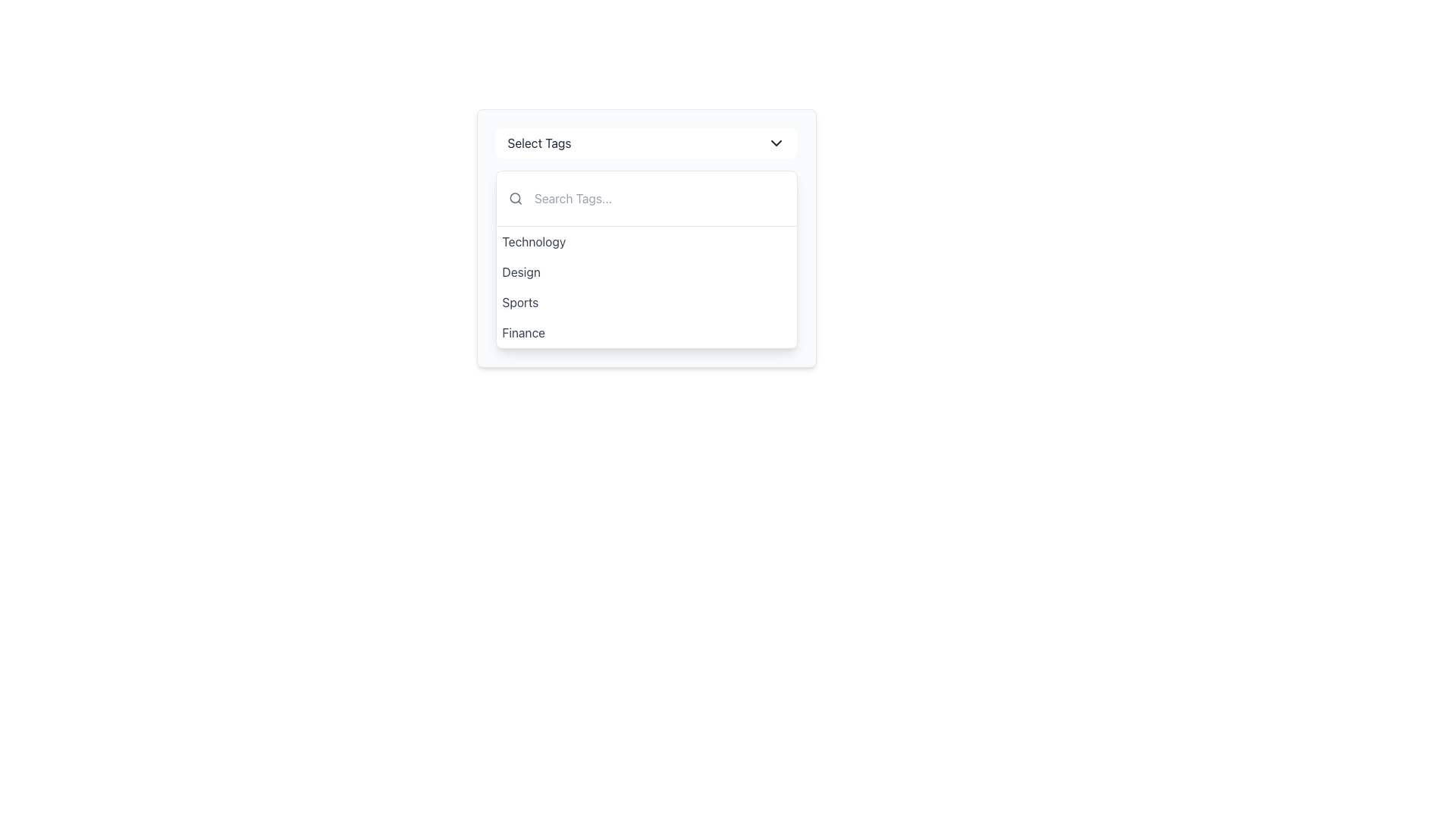 The width and height of the screenshot is (1456, 819). What do you see at coordinates (646, 143) in the screenshot?
I see `the dropdown selector toggle for tags` at bounding box center [646, 143].